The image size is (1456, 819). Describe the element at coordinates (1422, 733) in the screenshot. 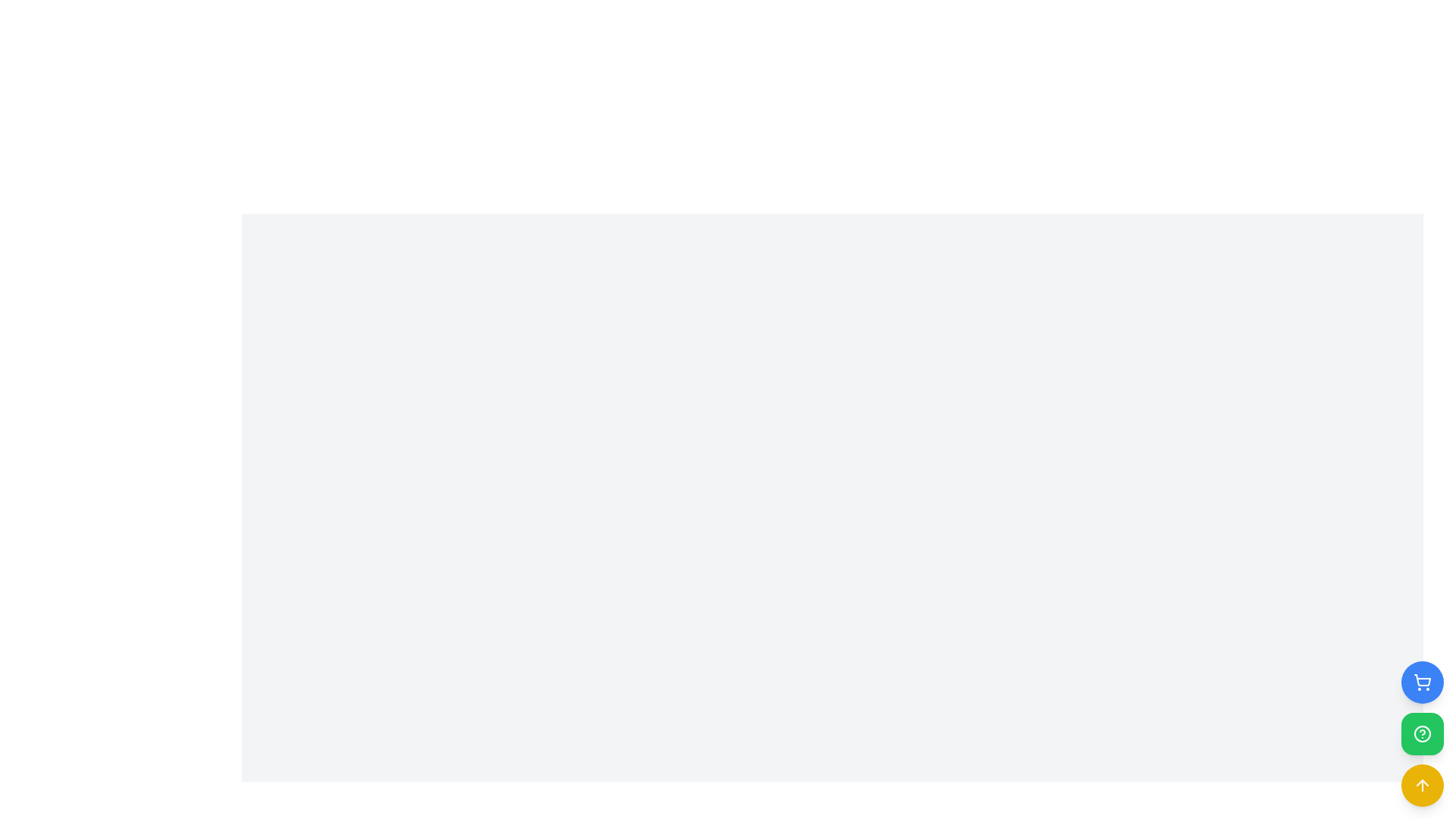

I see `the middle green button with a question mark icon` at that location.